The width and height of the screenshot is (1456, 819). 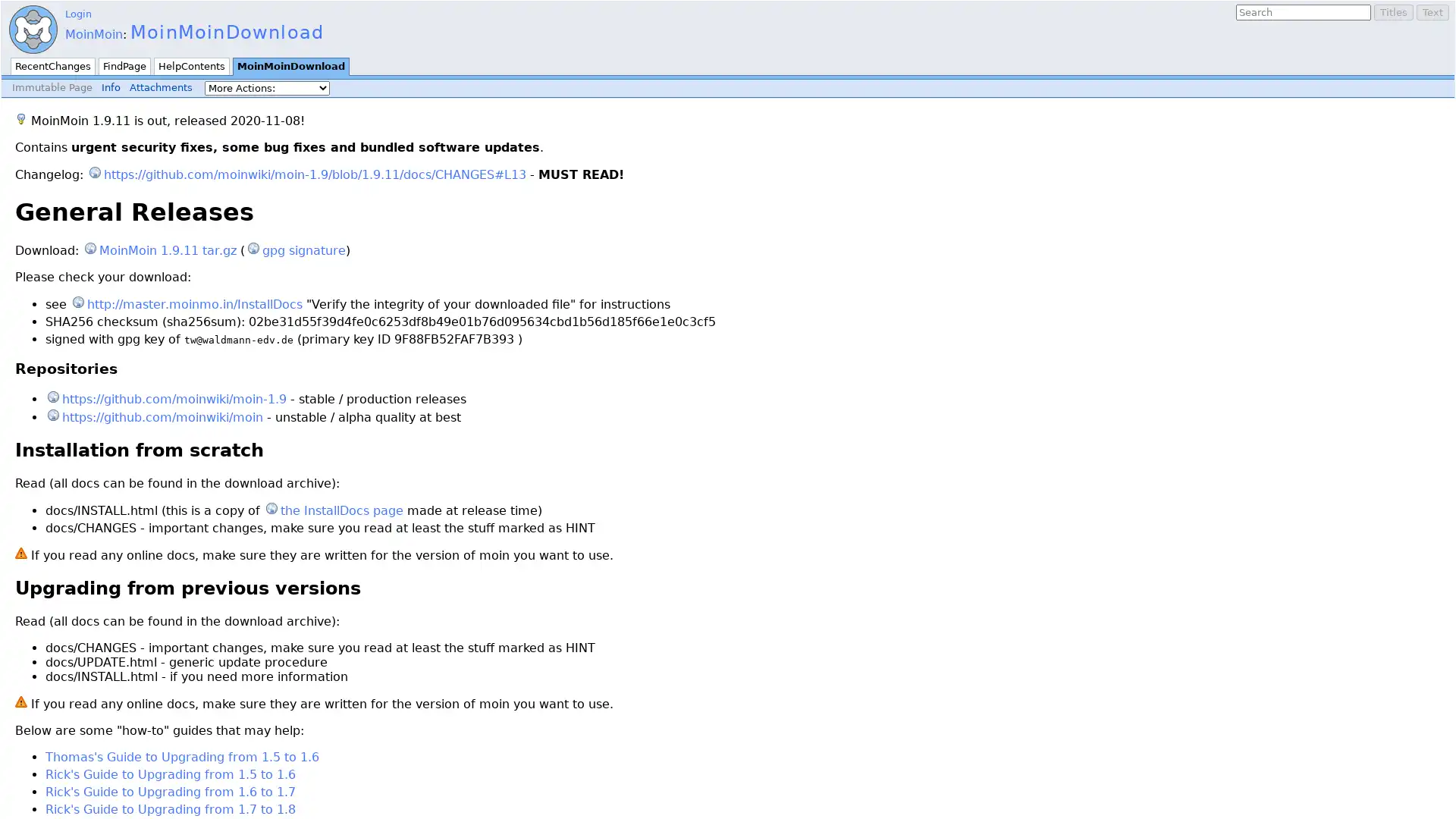 I want to click on Titles, so click(x=1394, y=12).